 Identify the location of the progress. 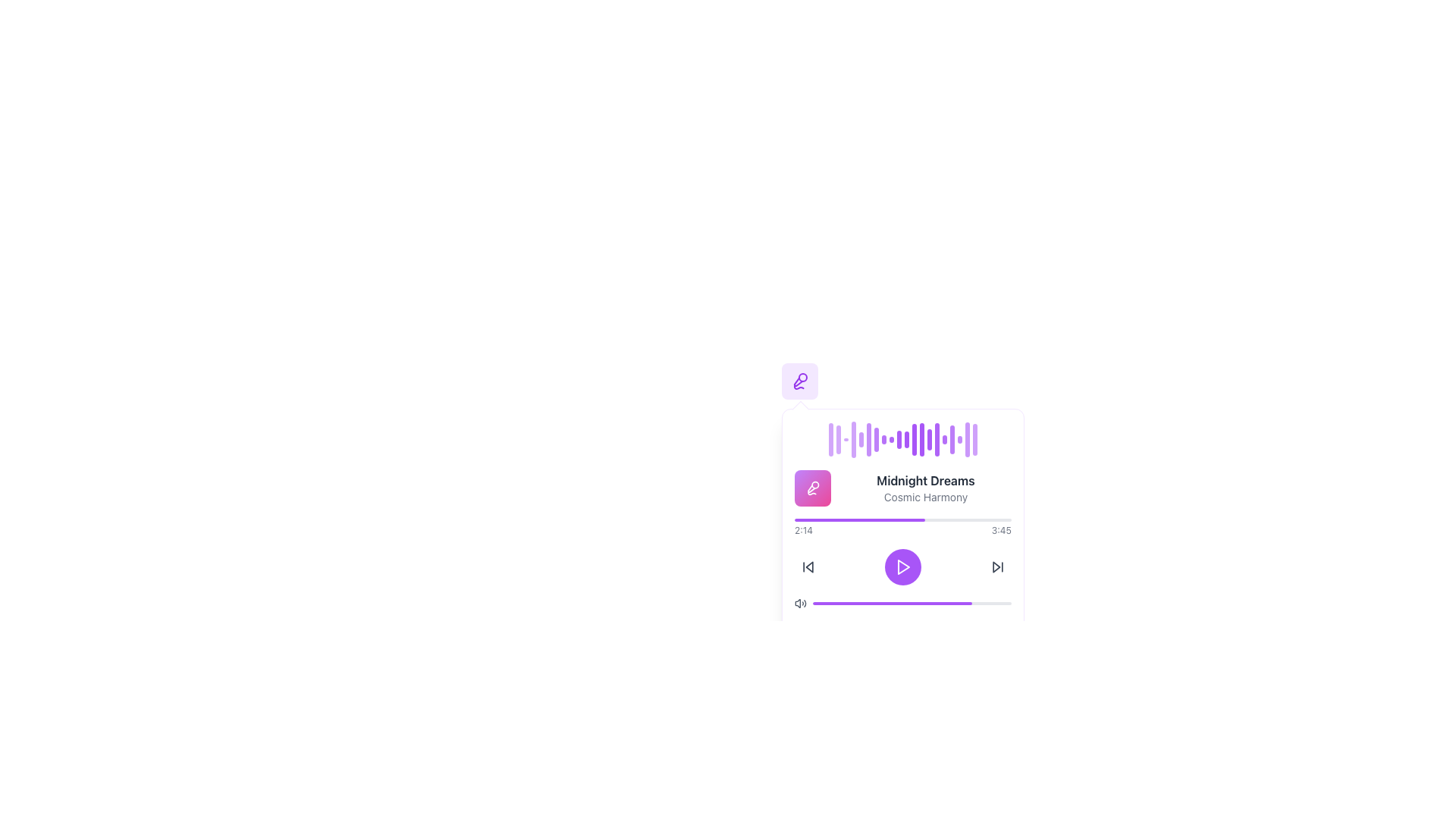
(1001, 602).